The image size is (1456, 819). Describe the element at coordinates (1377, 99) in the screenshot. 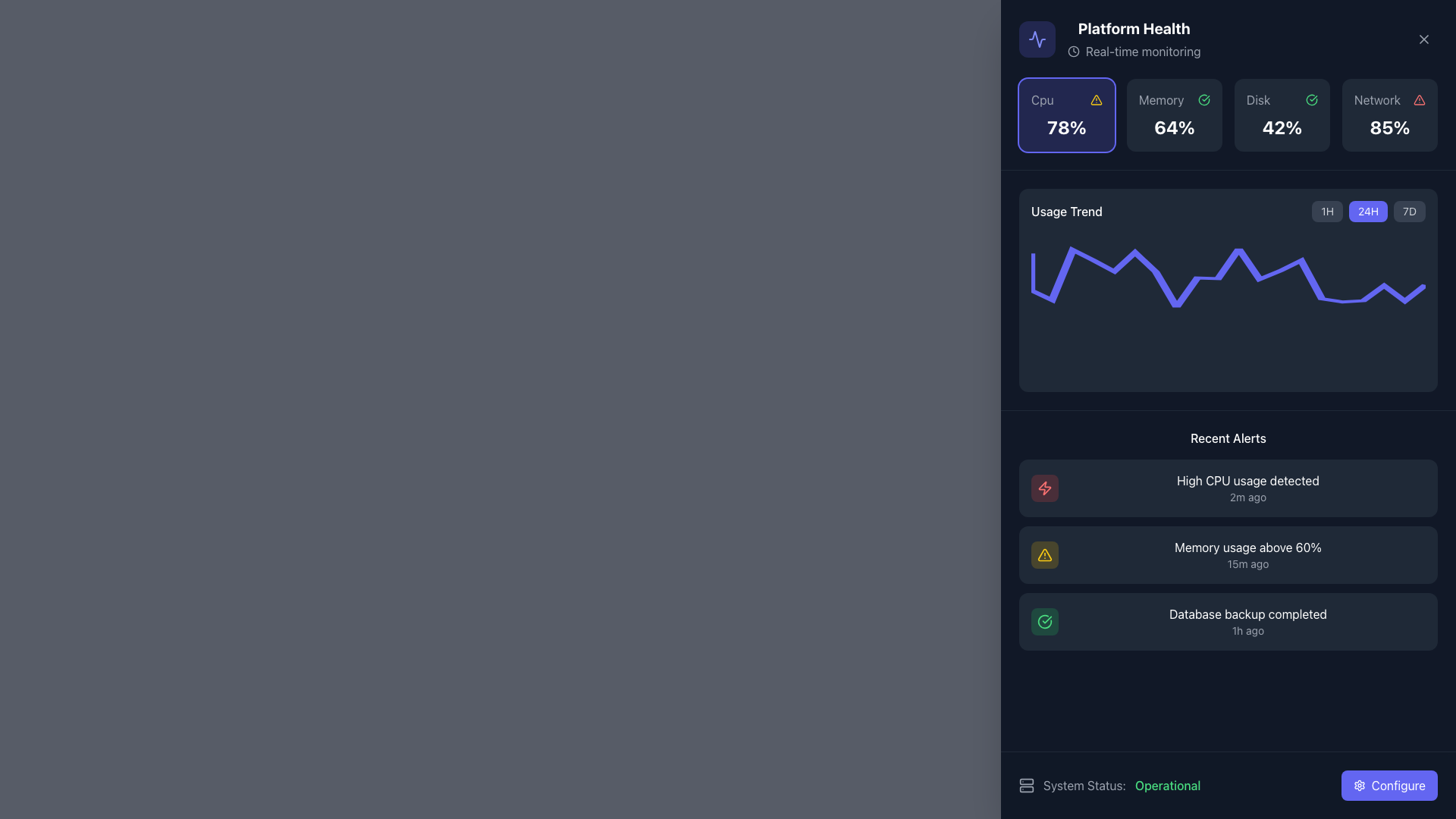

I see `the 'Network' label, which is a gray text label positioned near an alert icon in the top right corner of the interface` at that location.